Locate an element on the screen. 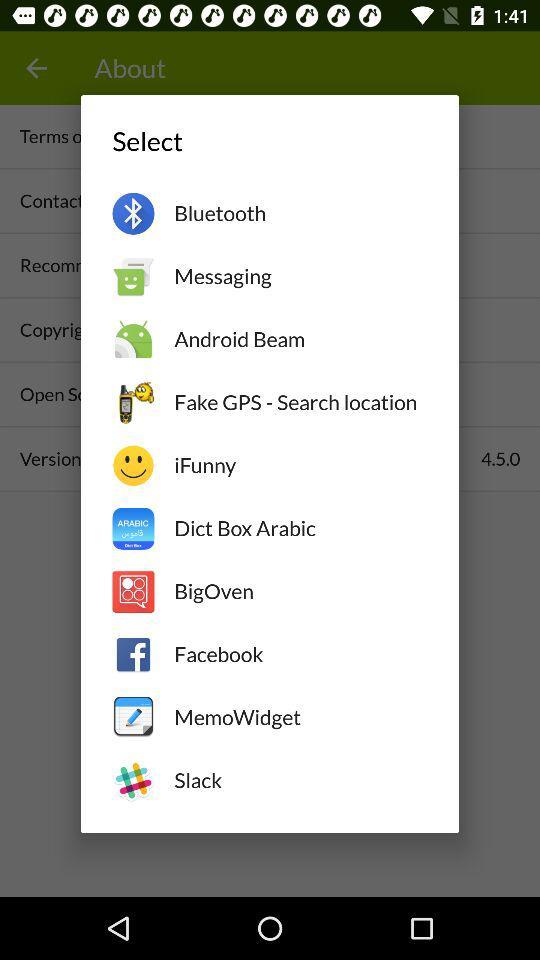 The height and width of the screenshot is (960, 540). the item above messaging is located at coordinates (299, 213).